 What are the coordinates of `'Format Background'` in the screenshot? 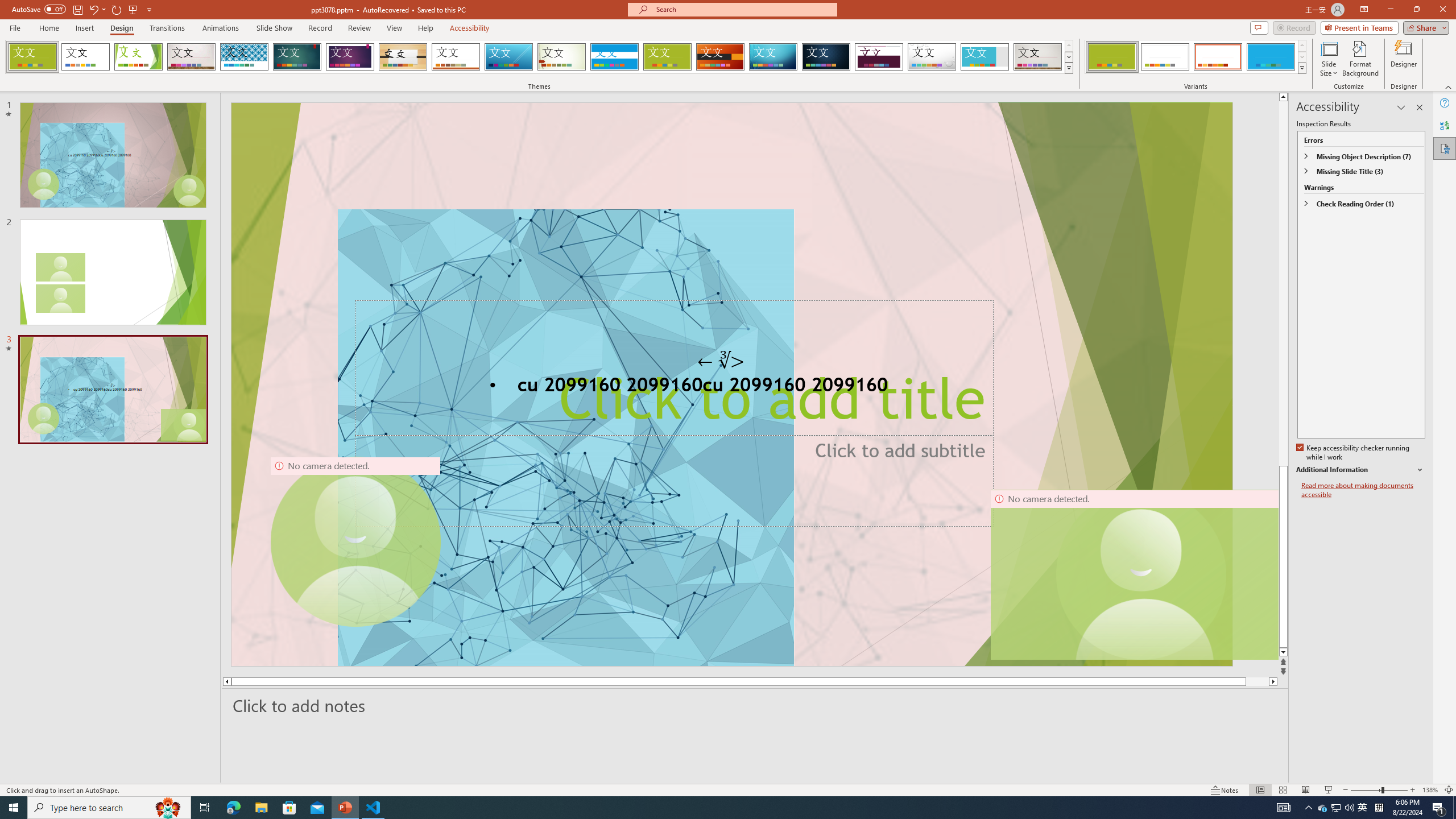 It's located at (1360, 59).